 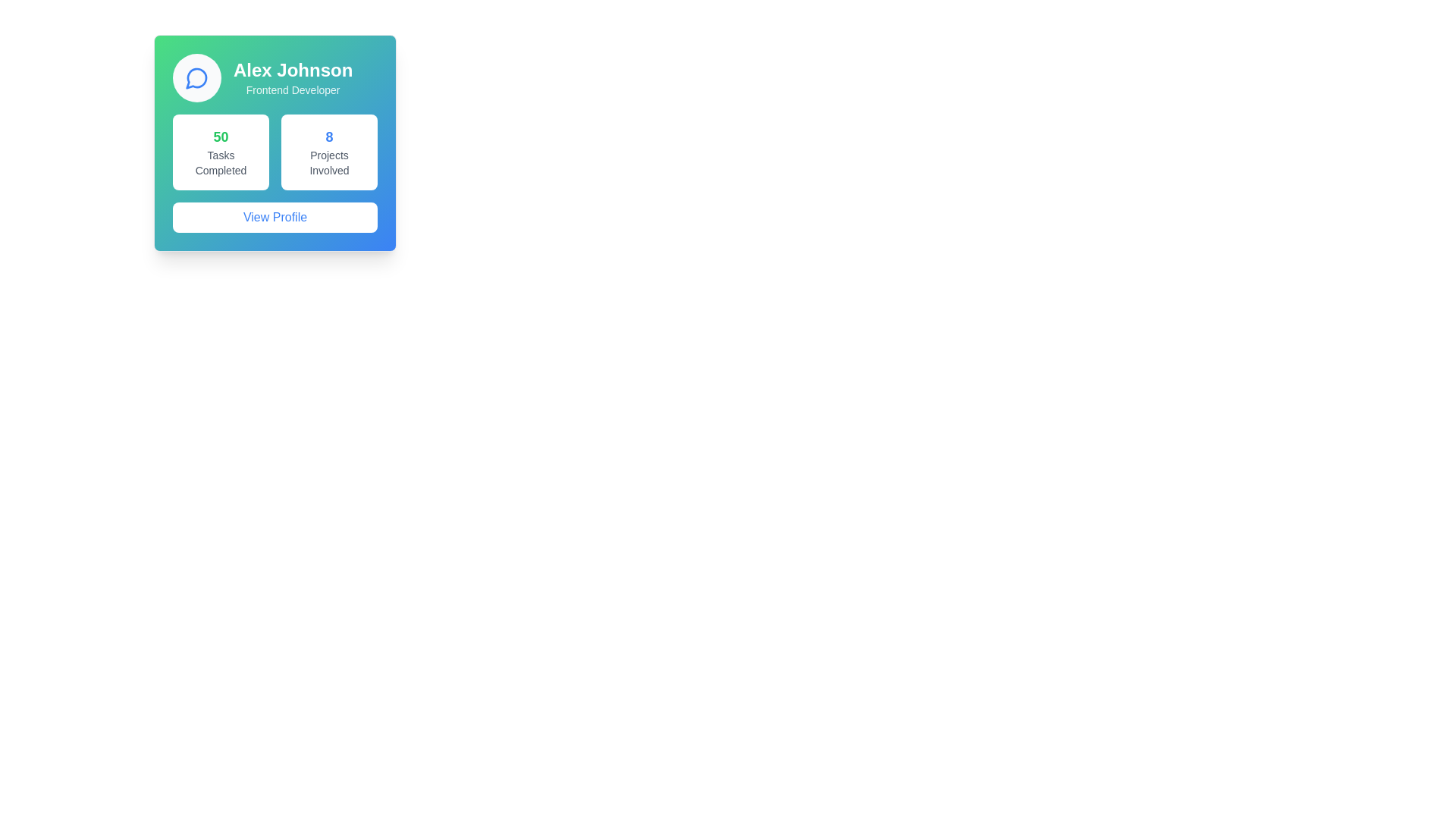 What do you see at coordinates (220, 152) in the screenshot?
I see `information displayed on the informational card showing '50' in green and 'Tasks Completed' in gray, located on the left side of the grid layout` at bounding box center [220, 152].